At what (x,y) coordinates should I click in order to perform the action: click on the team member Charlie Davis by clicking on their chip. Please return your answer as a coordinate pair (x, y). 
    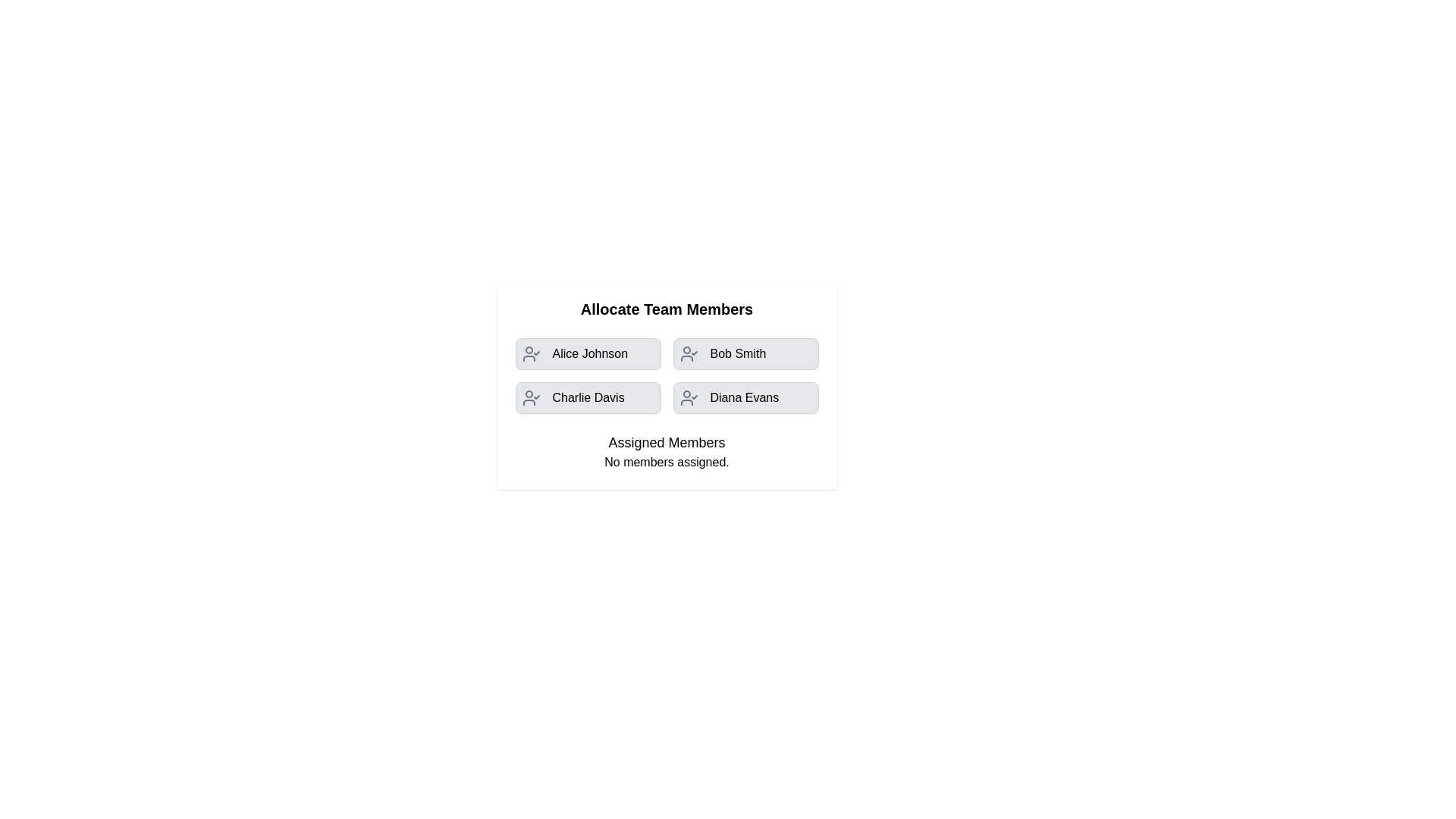
    Looking at the image, I should click on (587, 397).